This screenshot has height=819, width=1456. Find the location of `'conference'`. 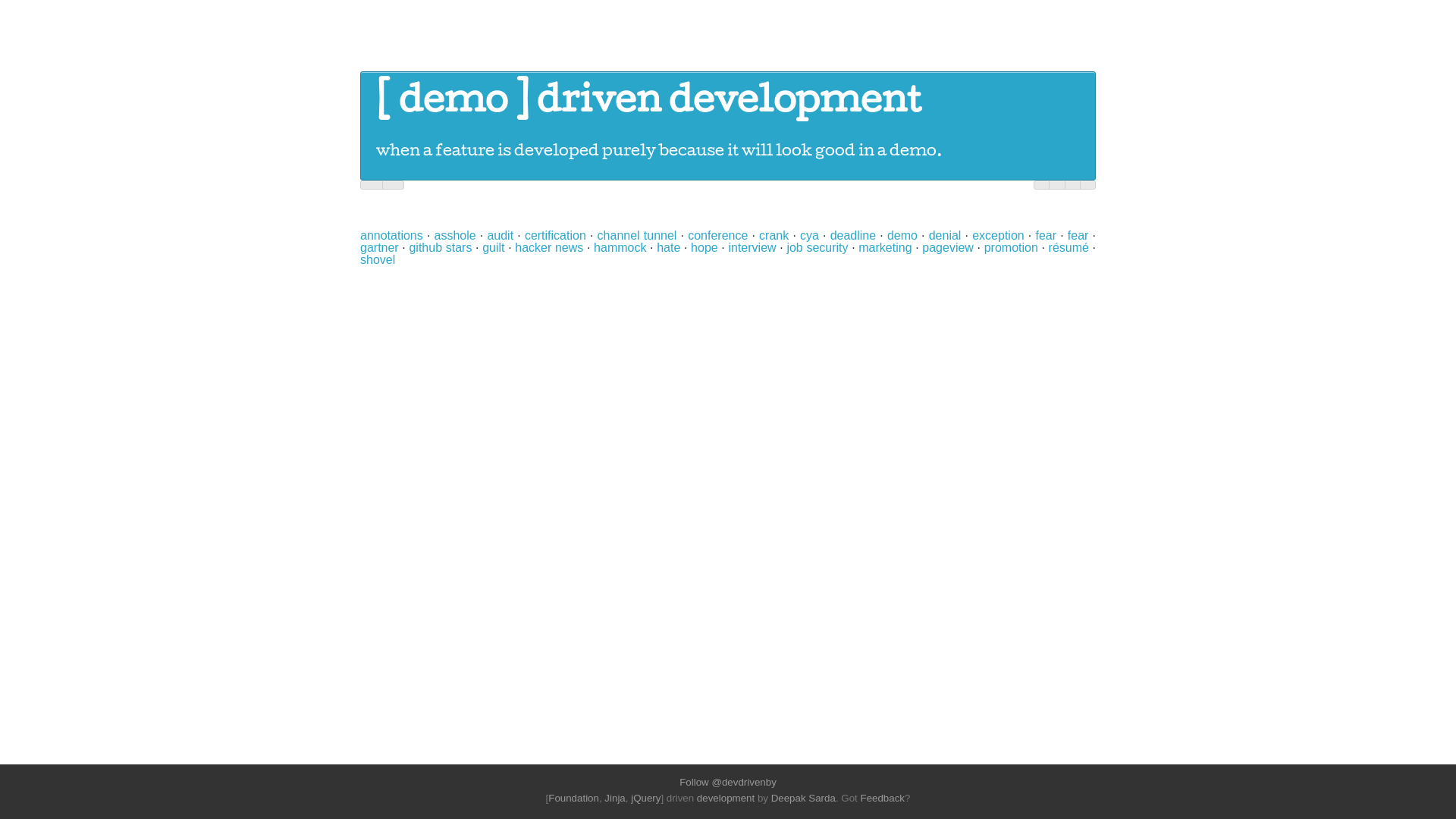

'conference' is located at coordinates (717, 235).